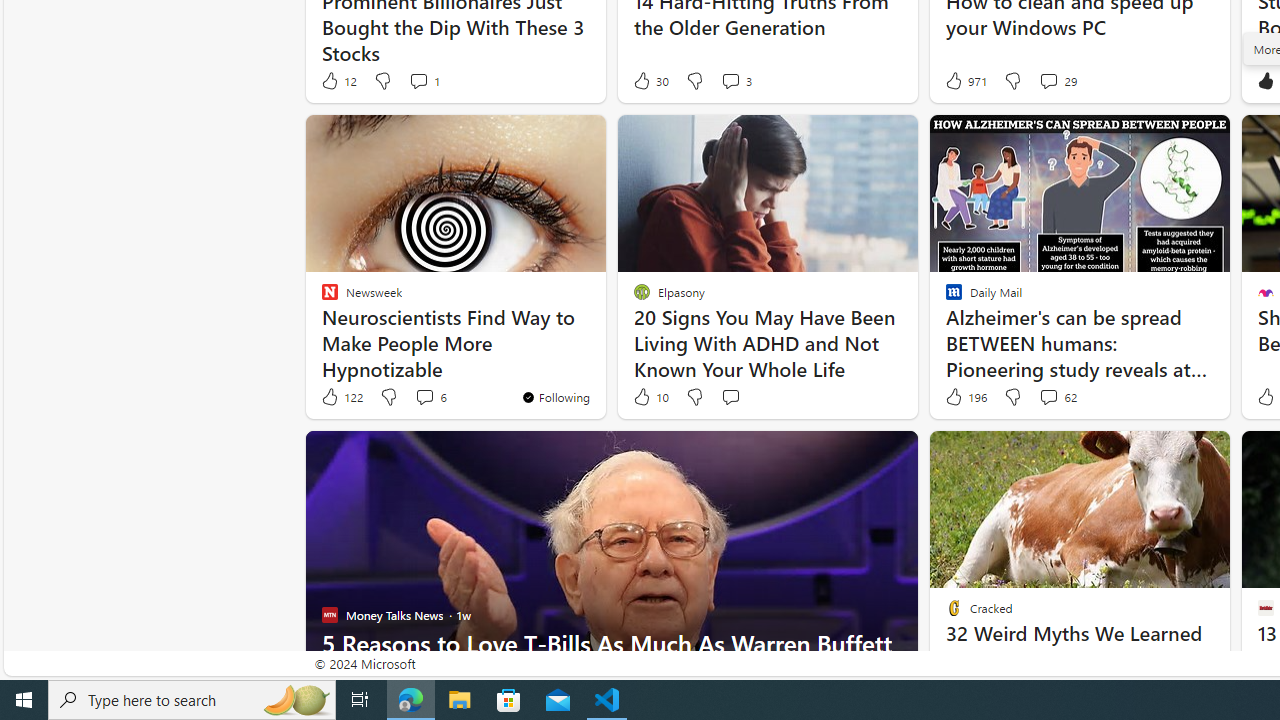  Describe the element at coordinates (650, 397) in the screenshot. I see `'10 Like'` at that location.